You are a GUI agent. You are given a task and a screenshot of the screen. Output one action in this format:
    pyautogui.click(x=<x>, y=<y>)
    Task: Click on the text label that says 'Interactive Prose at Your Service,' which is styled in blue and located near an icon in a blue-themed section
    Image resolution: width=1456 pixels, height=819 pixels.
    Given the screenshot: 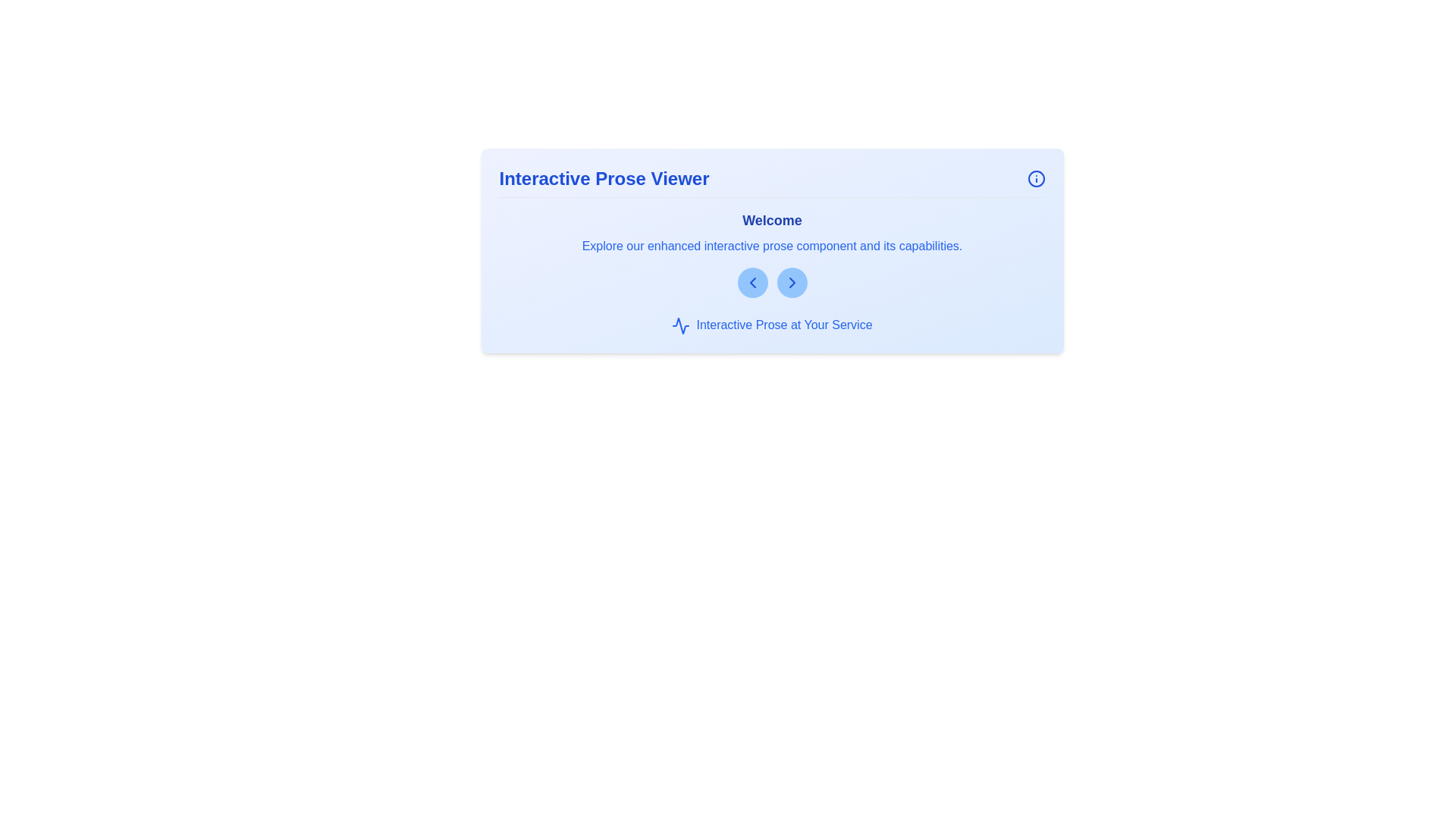 What is the action you would take?
    pyautogui.click(x=784, y=324)
    